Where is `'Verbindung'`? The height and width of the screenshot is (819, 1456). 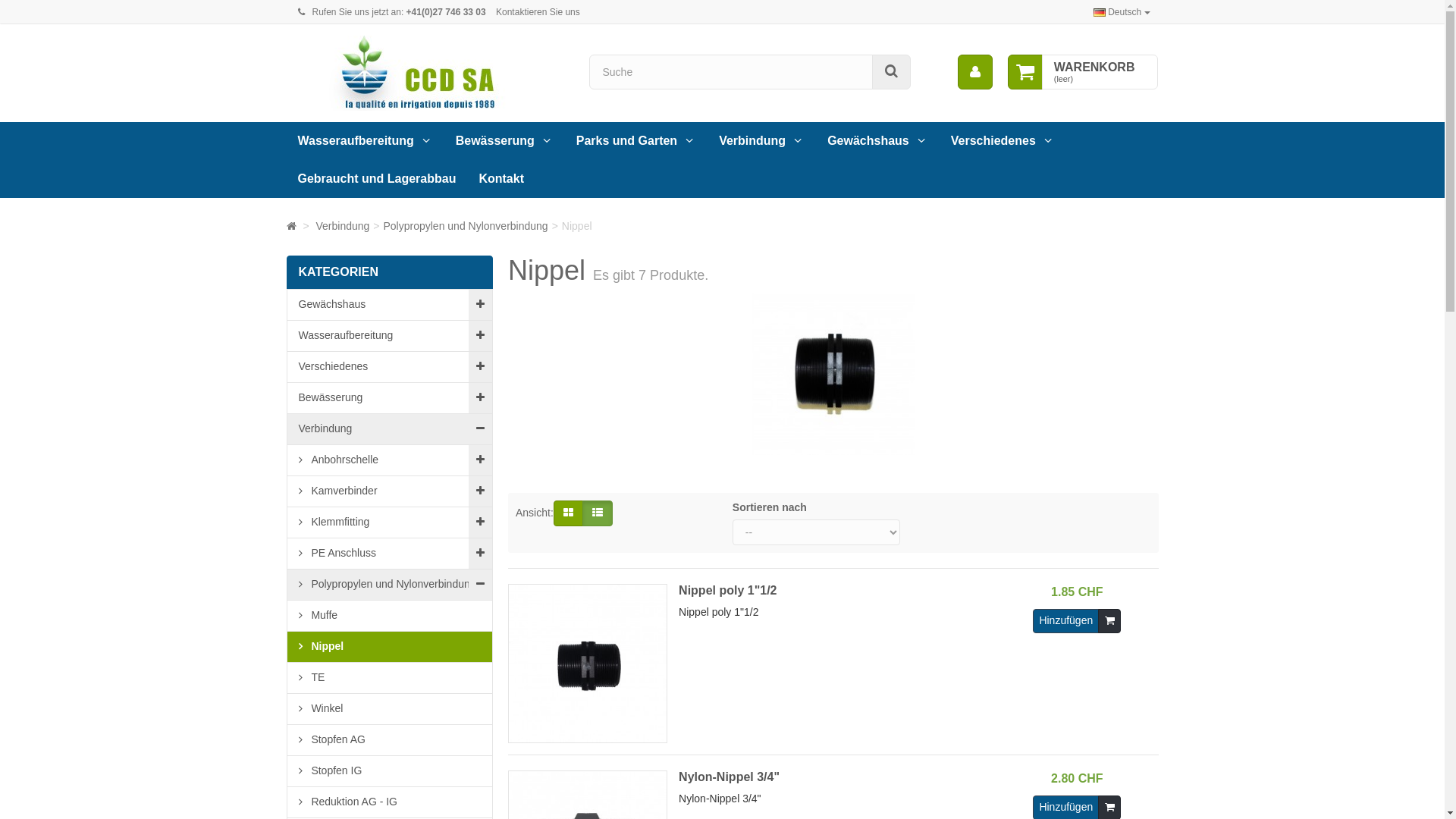 'Verbindung' is located at coordinates (389, 429).